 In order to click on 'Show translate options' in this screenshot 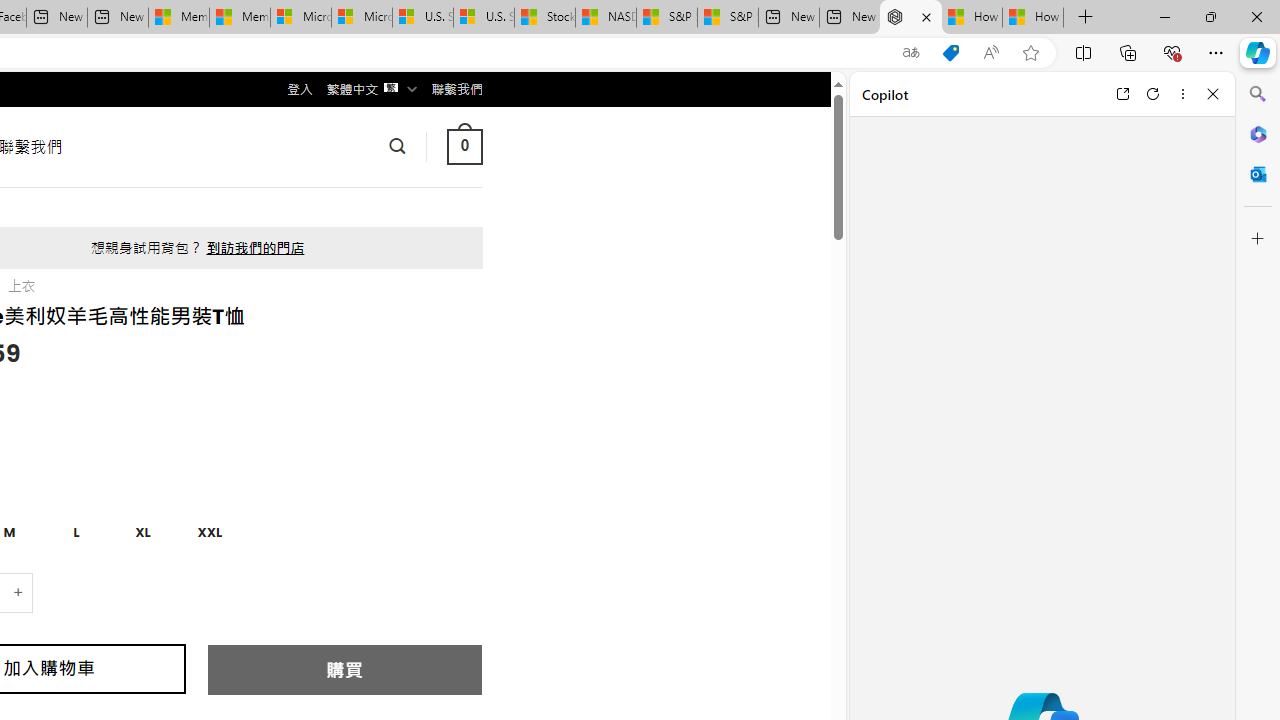, I will do `click(909, 52)`.